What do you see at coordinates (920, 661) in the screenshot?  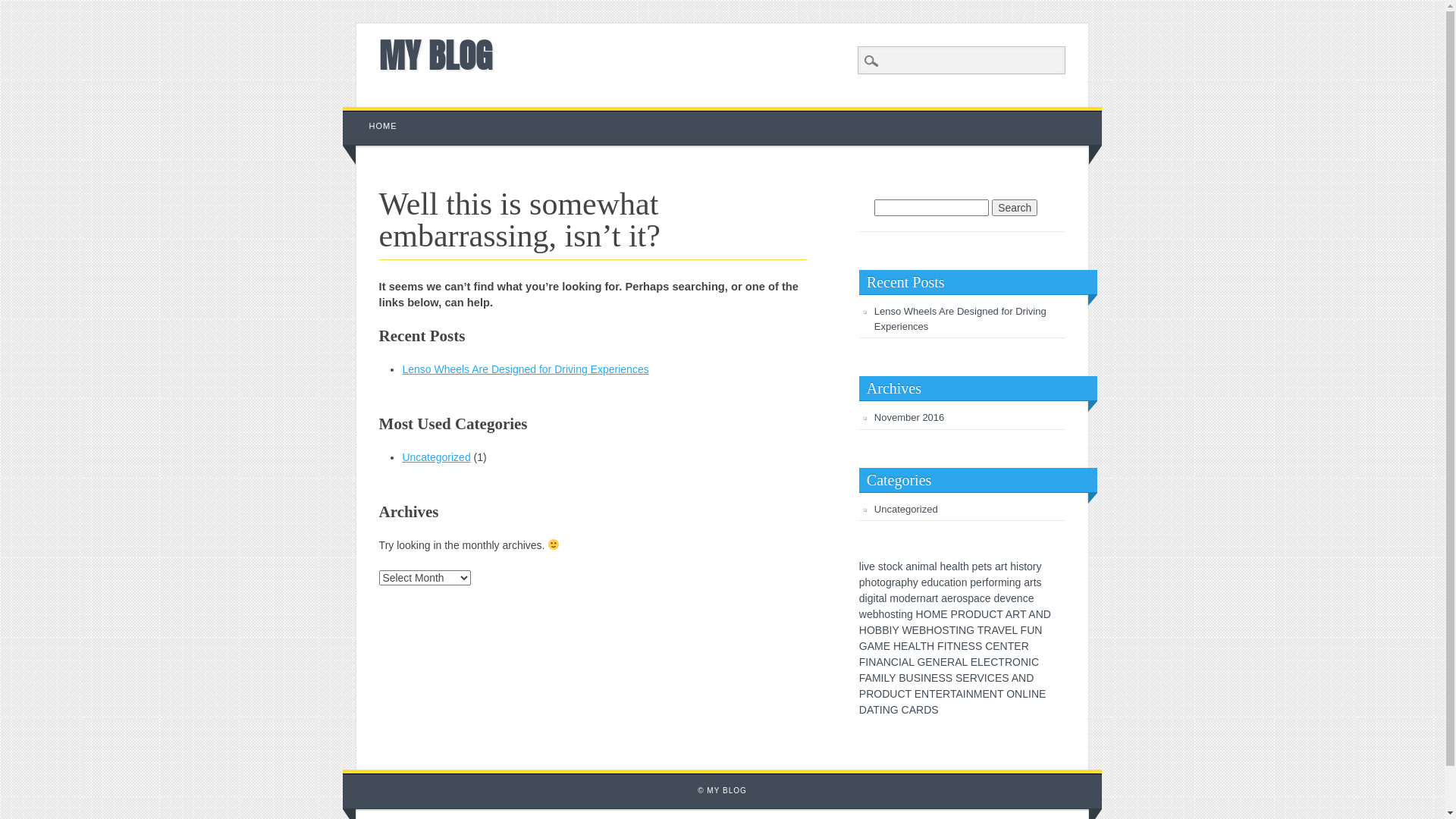 I see `'G'` at bounding box center [920, 661].